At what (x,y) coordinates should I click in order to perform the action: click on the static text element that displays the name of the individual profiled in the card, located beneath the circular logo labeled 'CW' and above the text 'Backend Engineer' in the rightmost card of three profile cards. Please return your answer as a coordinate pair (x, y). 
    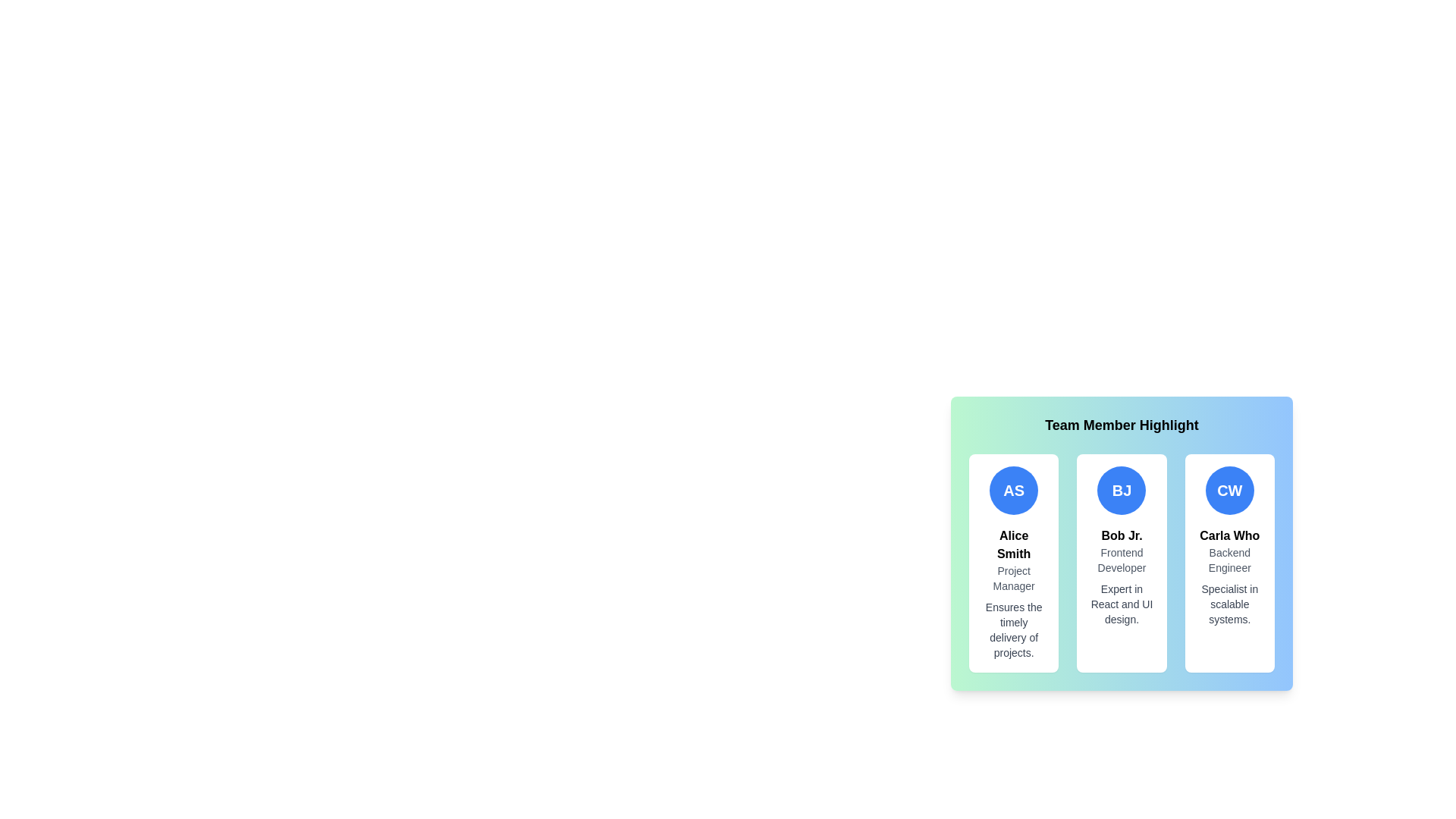
    Looking at the image, I should click on (1229, 535).